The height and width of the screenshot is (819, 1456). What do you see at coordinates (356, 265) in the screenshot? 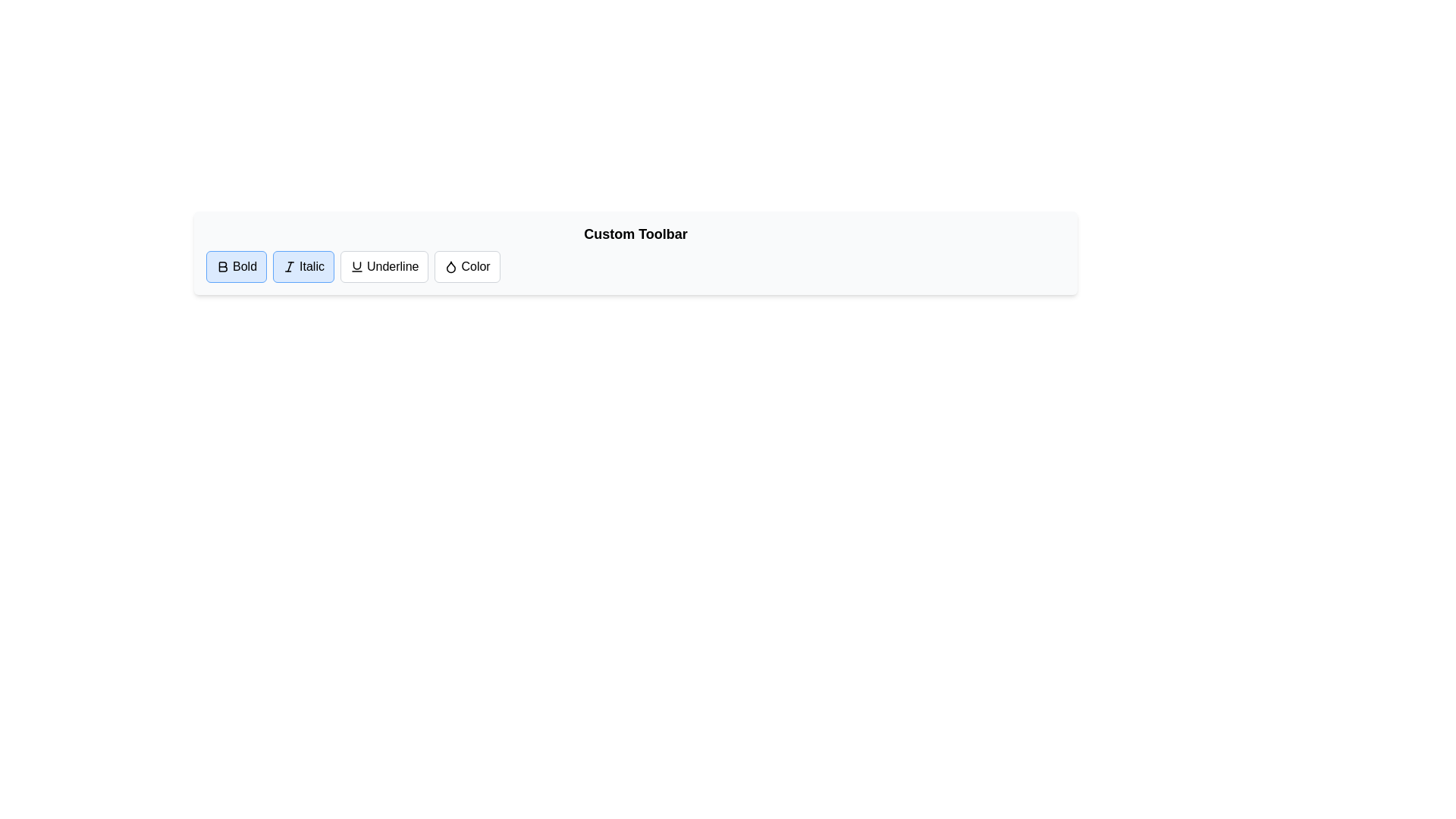
I see `the upper curve of the 'Underline' icon, which is the third button from the left in the 'Custom Toolbar'` at bounding box center [356, 265].